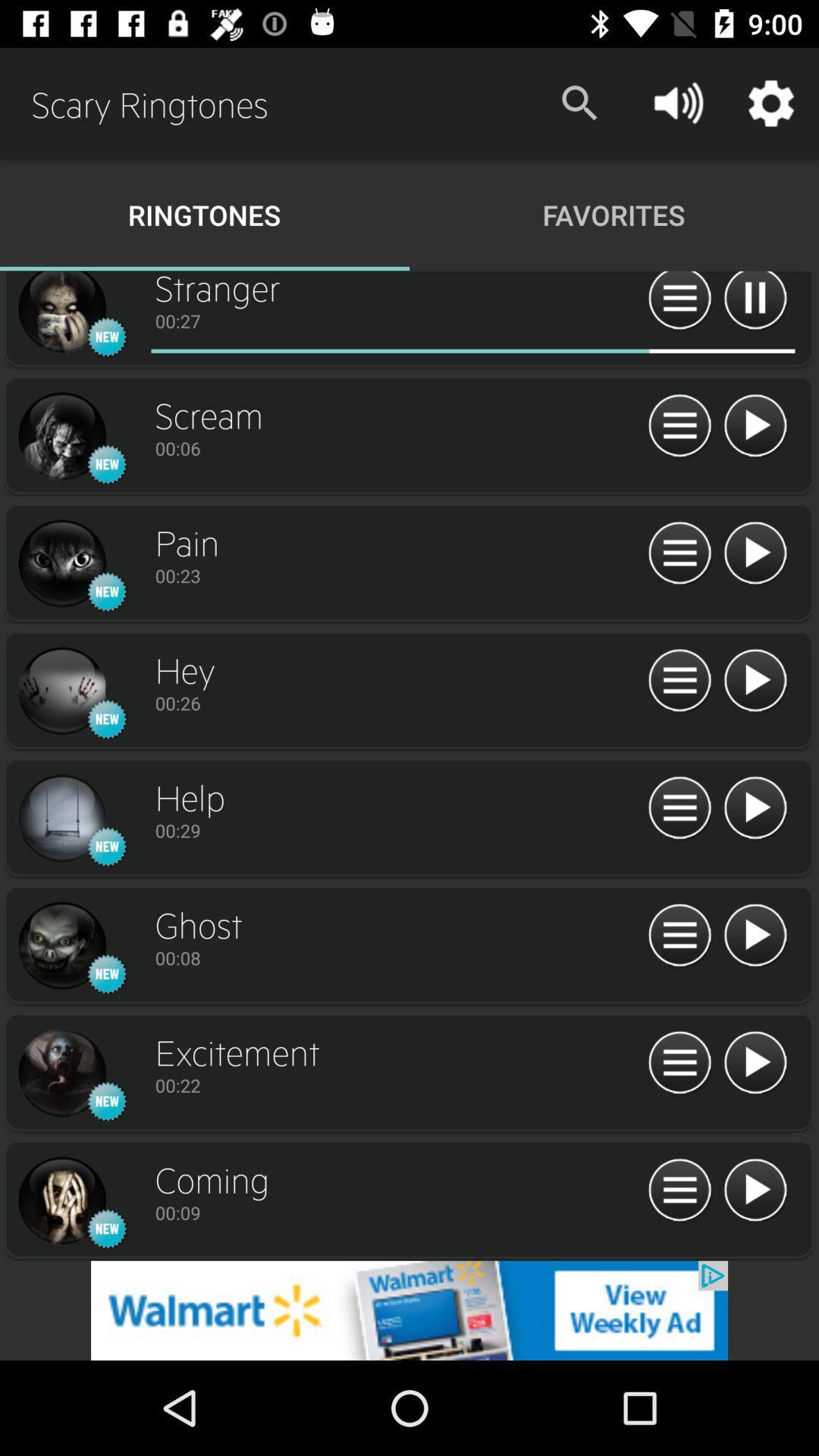  Describe the element at coordinates (61, 691) in the screenshot. I see `open track` at that location.